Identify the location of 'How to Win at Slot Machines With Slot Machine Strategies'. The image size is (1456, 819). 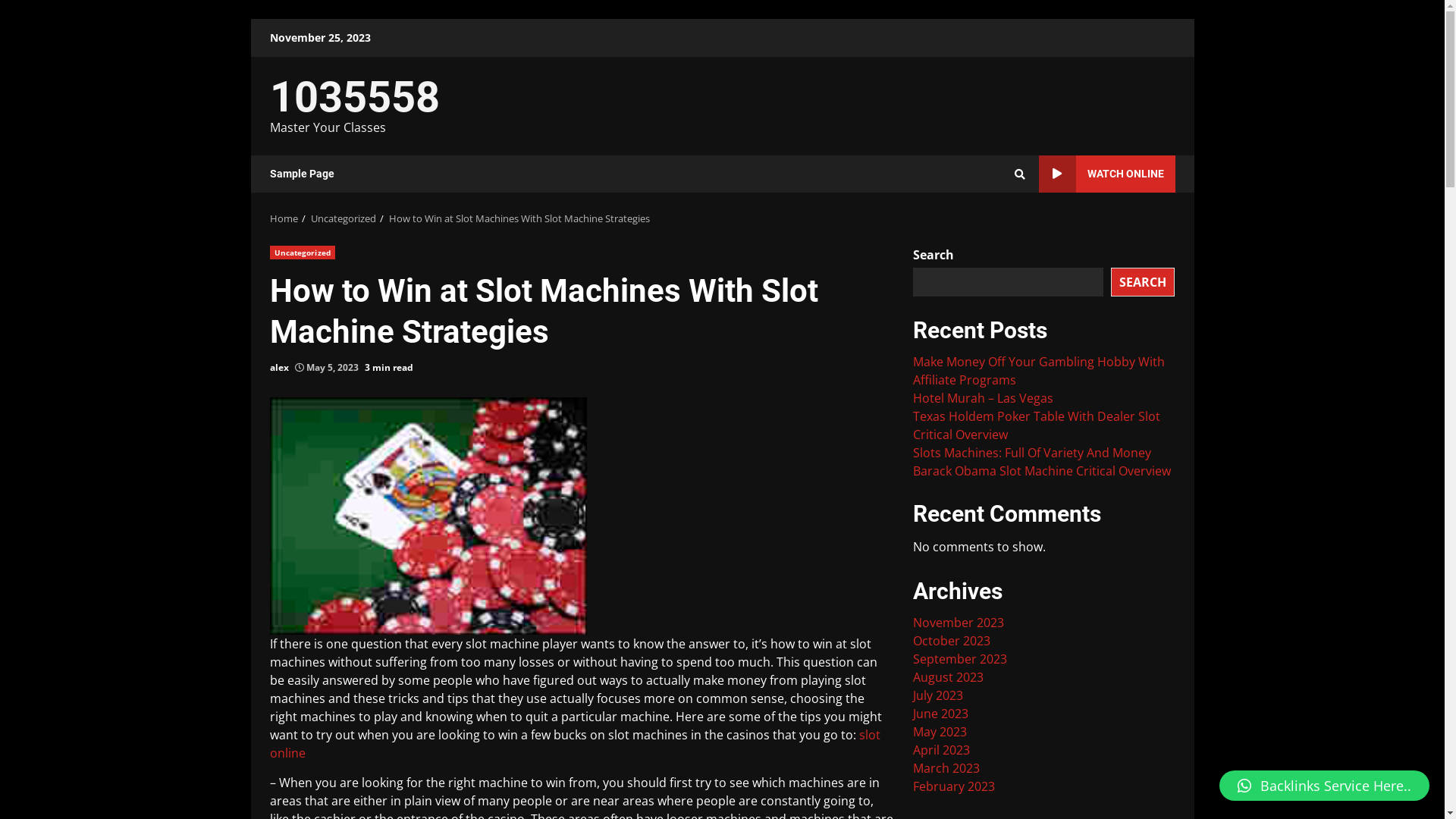
(388, 218).